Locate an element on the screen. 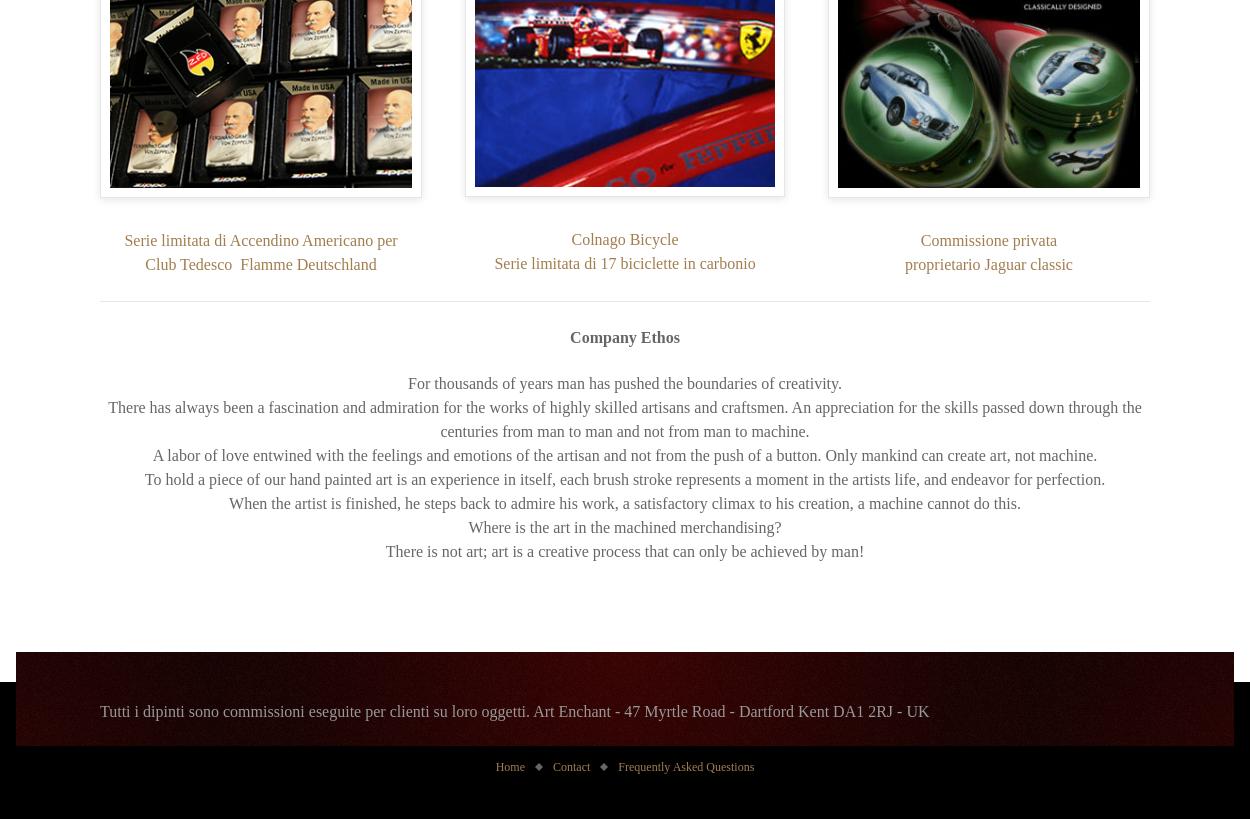 The width and height of the screenshot is (1250, 819). 'Commissione privata' is located at coordinates (987, 239).